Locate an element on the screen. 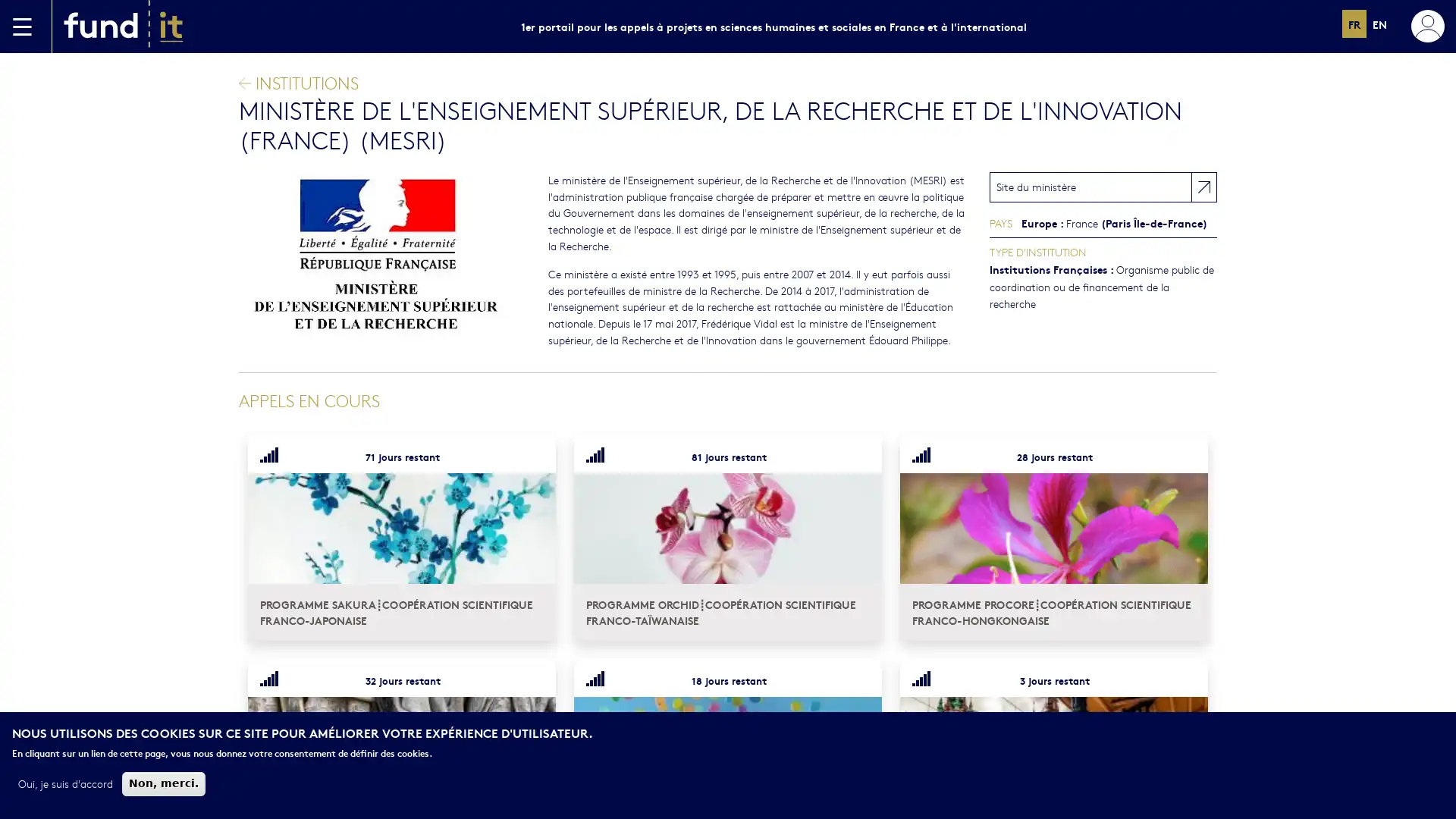  Oui, je suis d'accord is located at coordinates (64, 783).